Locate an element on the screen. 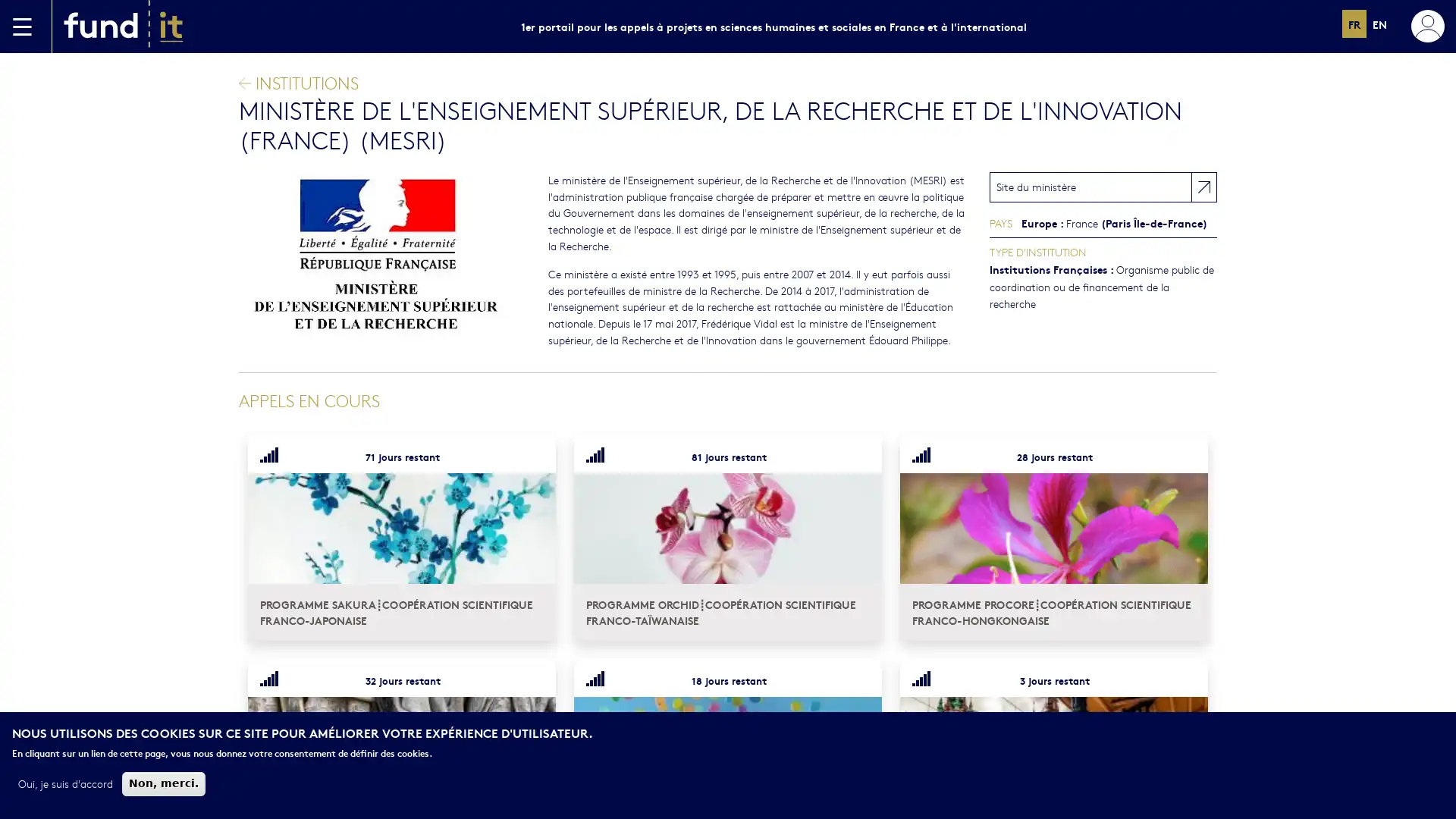  Oui, je suis d'accord is located at coordinates (64, 783).